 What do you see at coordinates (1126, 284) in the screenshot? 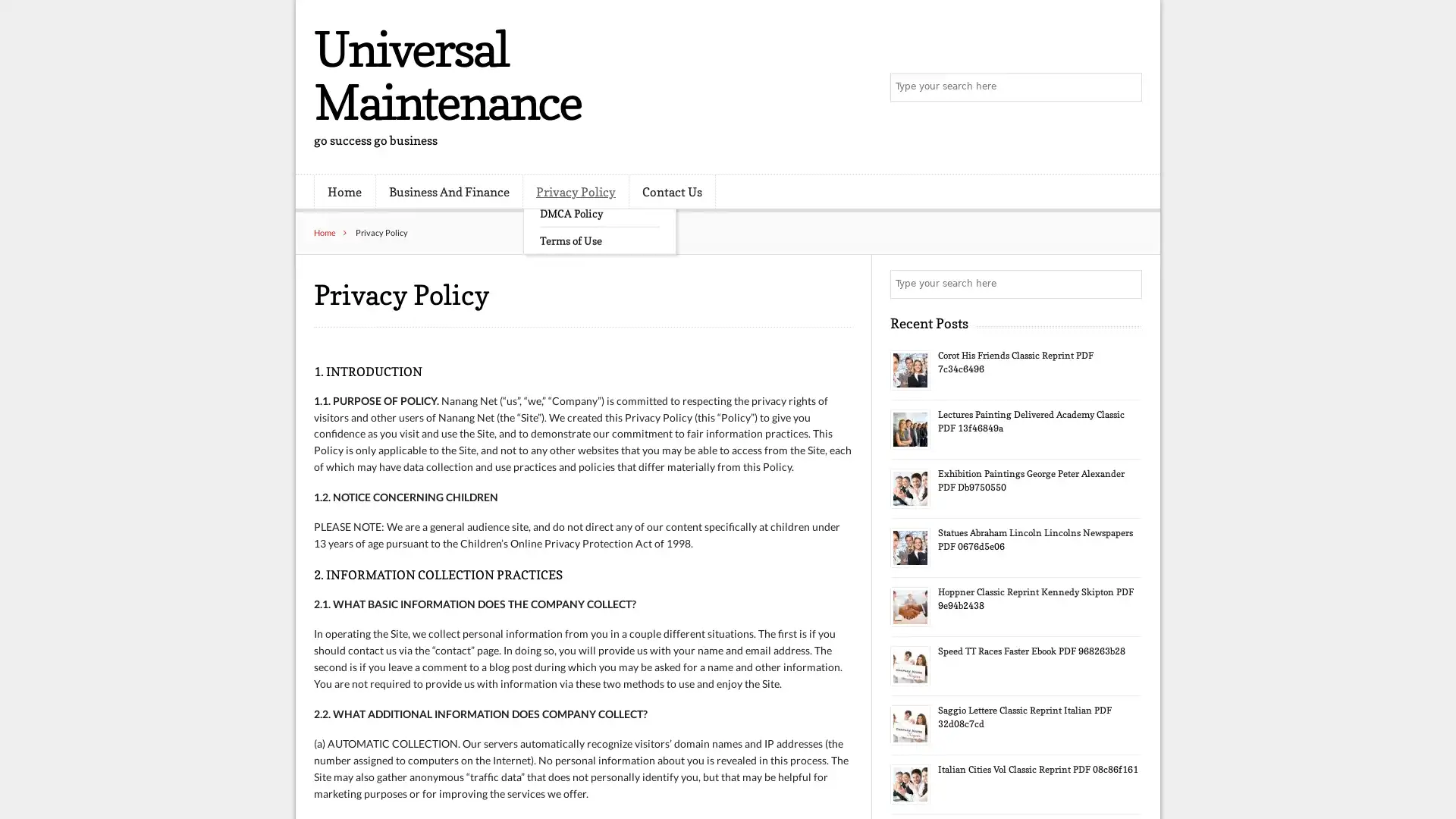
I see `Search` at bounding box center [1126, 284].